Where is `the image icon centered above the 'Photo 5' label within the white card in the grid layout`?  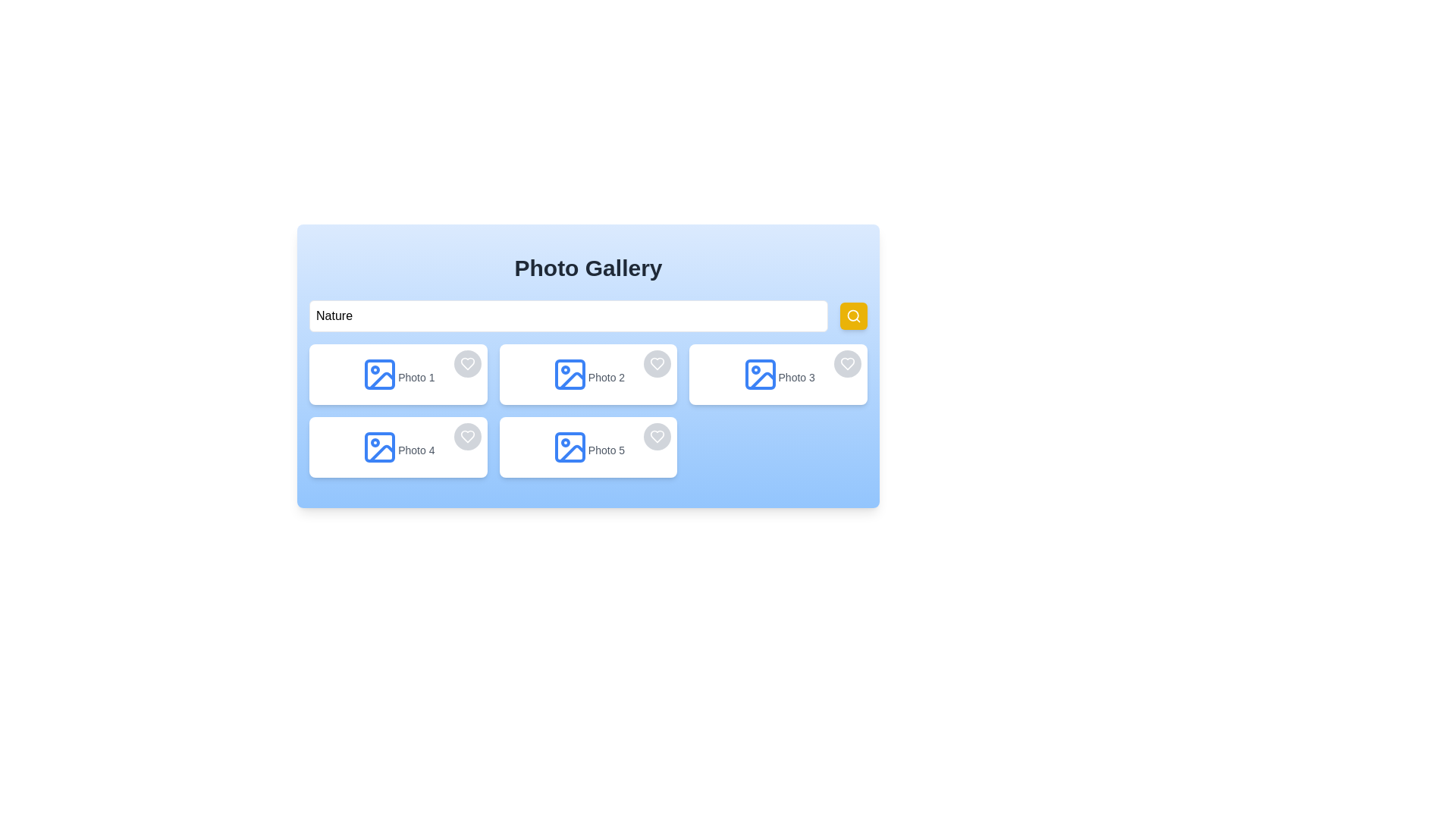
the image icon centered above the 'Photo 5' label within the white card in the grid layout is located at coordinates (569, 447).